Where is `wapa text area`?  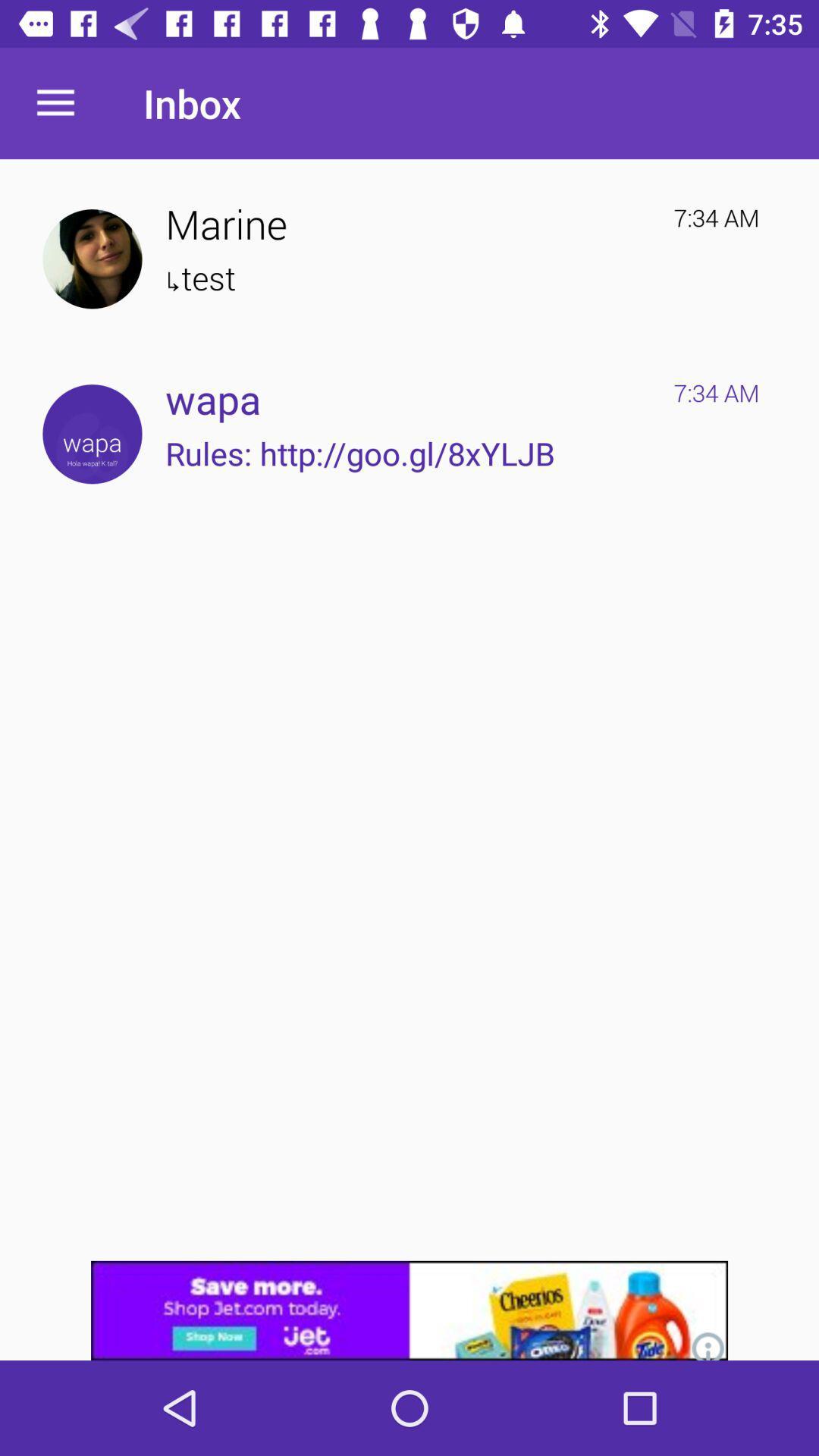 wapa text area is located at coordinates (92, 433).